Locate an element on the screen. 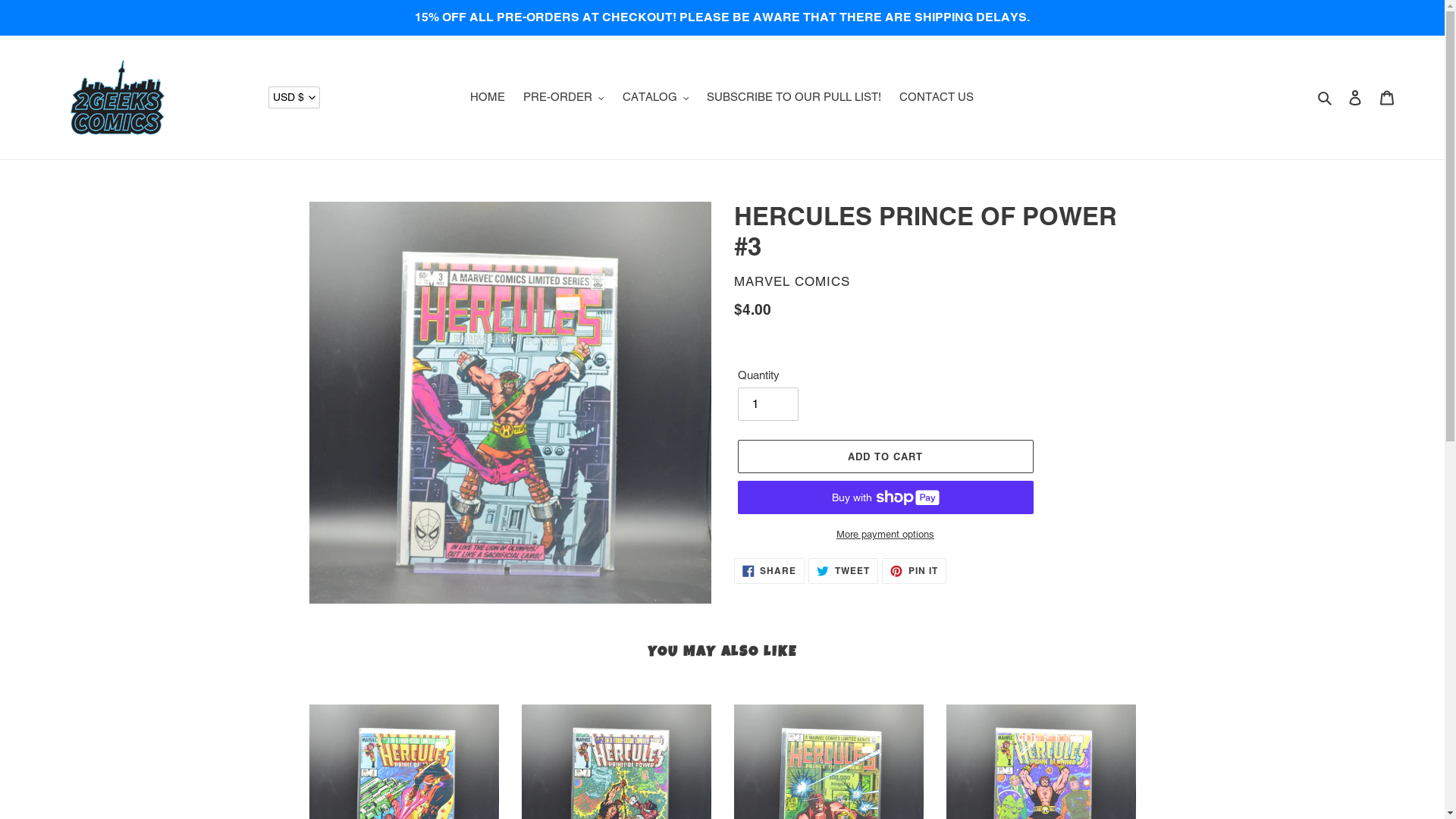 Image resolution: width=1456 pixels, height=819 pixels. 'USD $' is located at coordinates (294, 97).